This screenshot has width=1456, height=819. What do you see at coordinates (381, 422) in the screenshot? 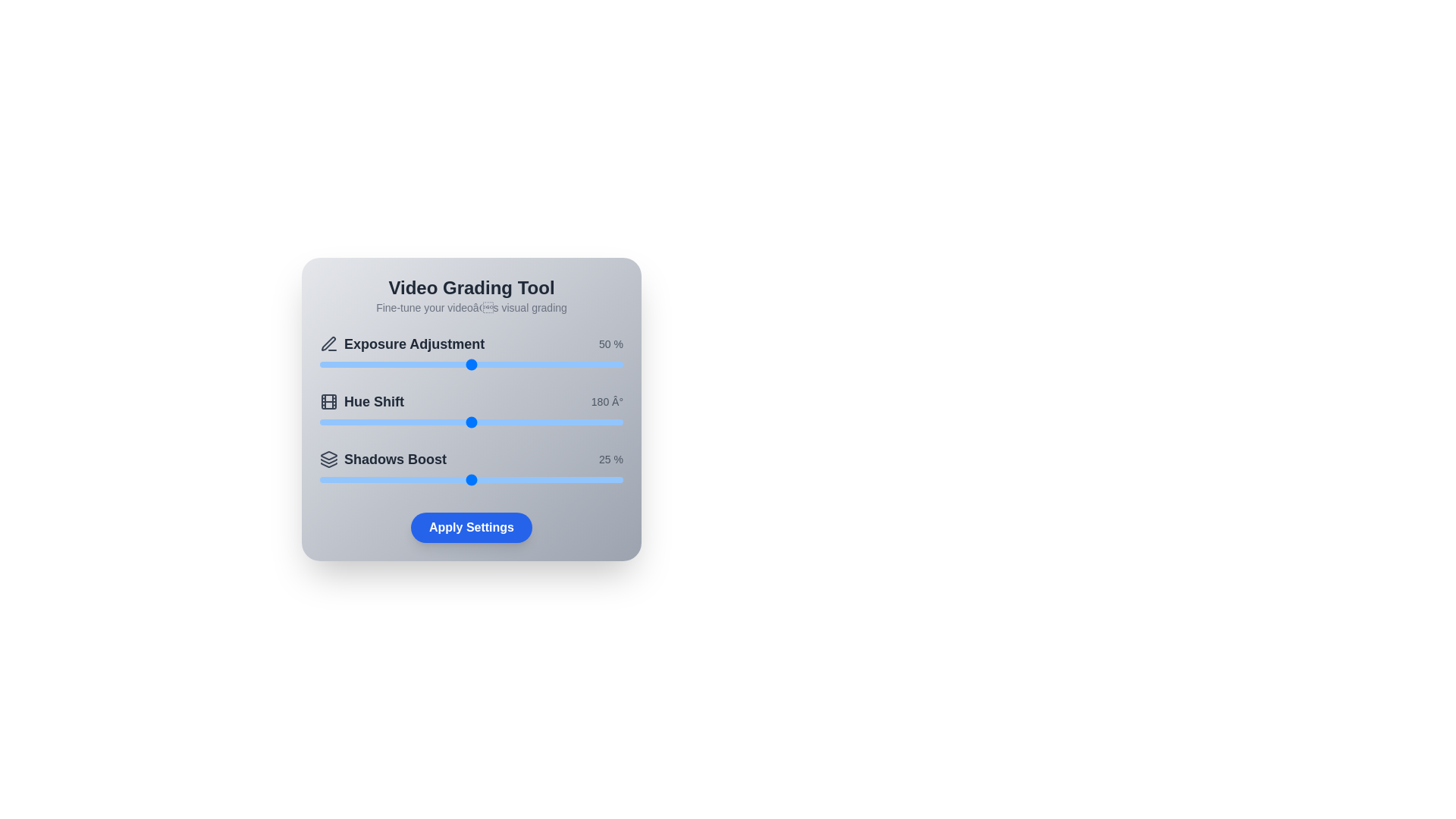
I see `the hue shift` at bounding box center [381, 422].